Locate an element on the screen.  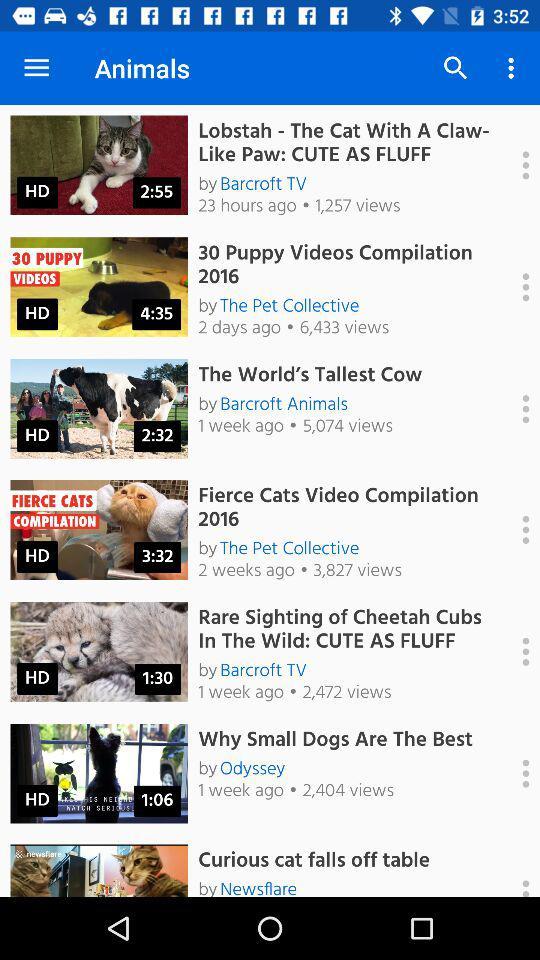
options is located at coordinates (515, 772).